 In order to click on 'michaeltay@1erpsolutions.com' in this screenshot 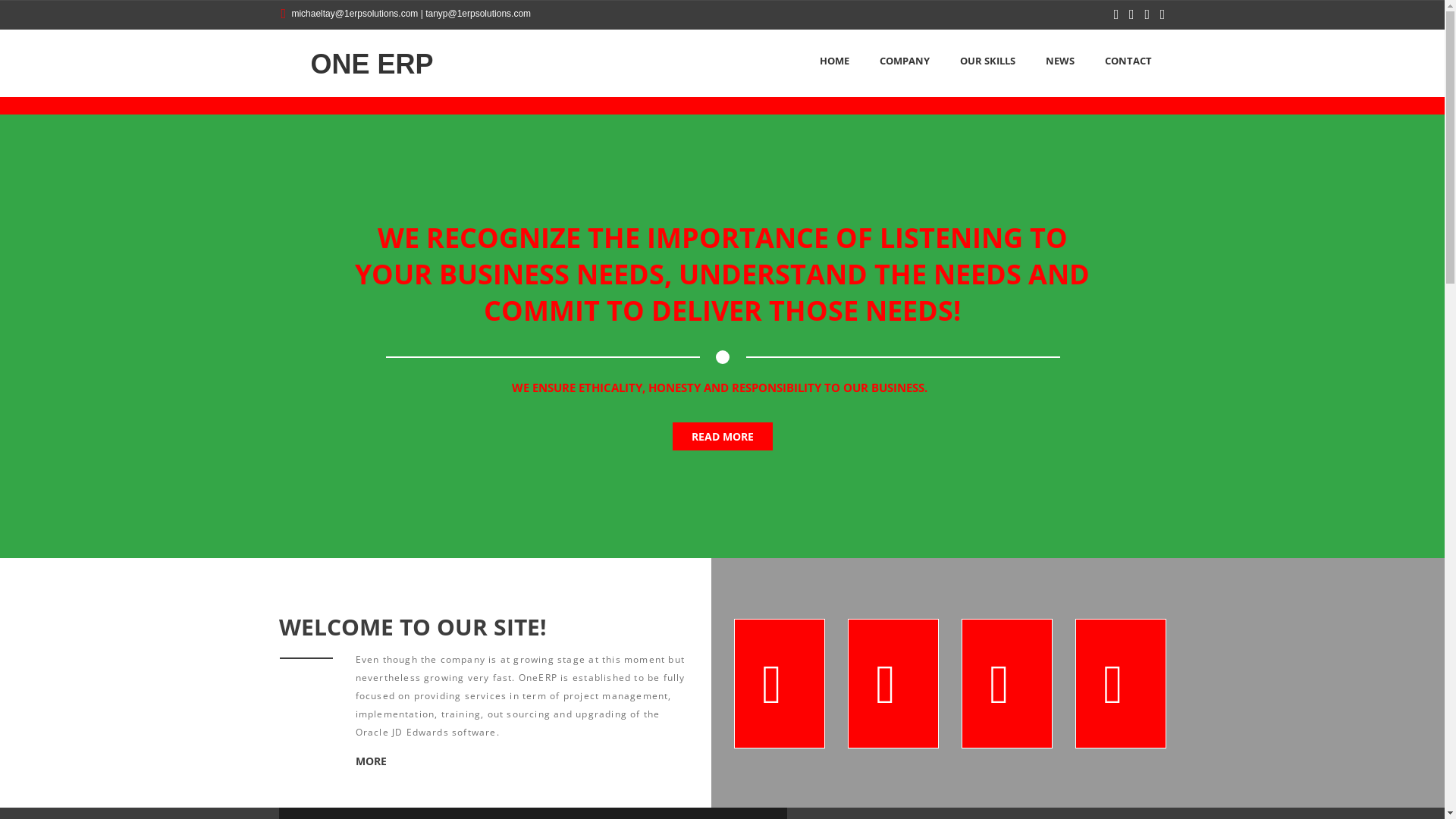, I will do `click(353, 14)`.